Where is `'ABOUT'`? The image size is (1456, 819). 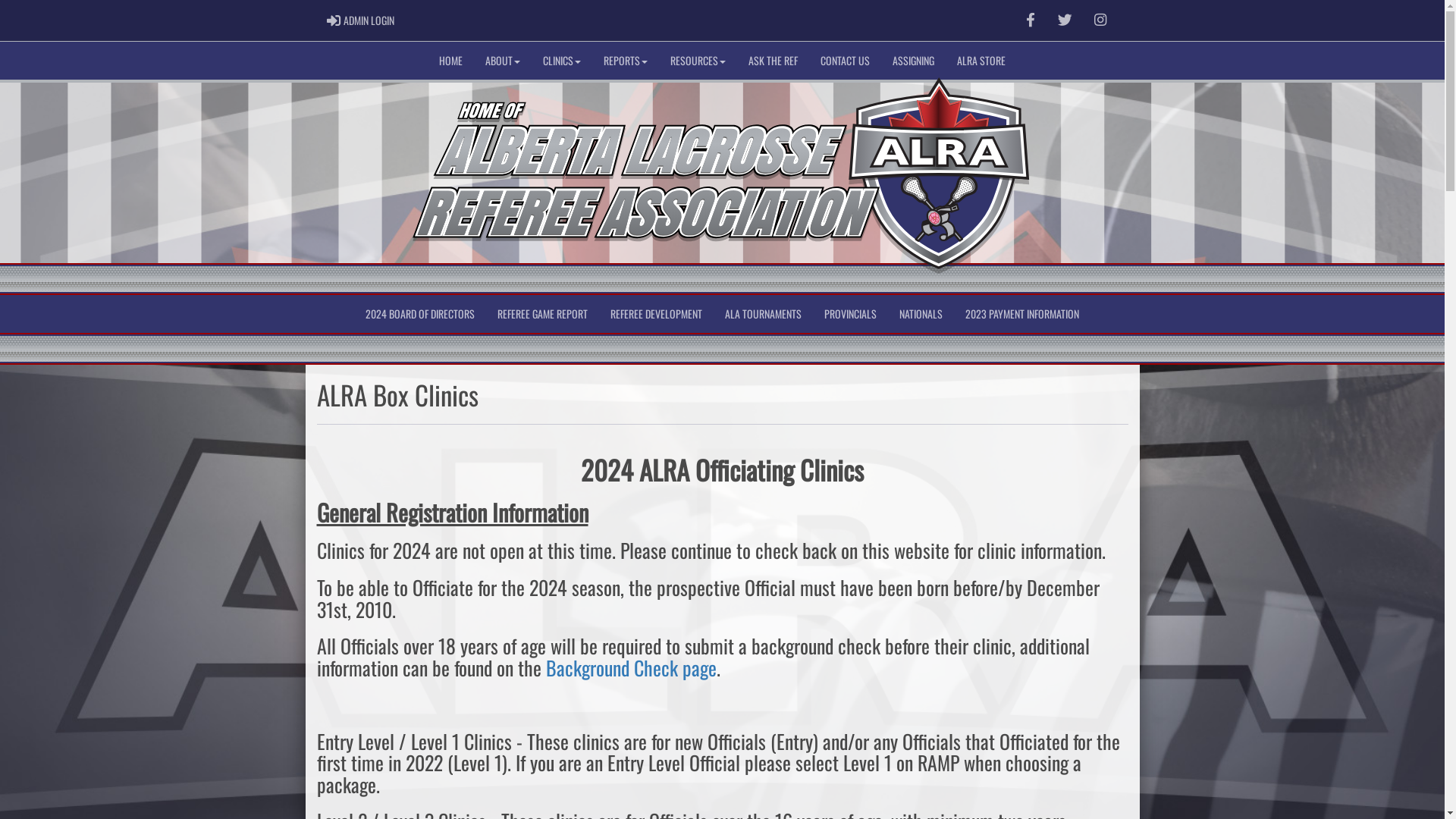
'ABOUT' is located at coordinates (472, 60).